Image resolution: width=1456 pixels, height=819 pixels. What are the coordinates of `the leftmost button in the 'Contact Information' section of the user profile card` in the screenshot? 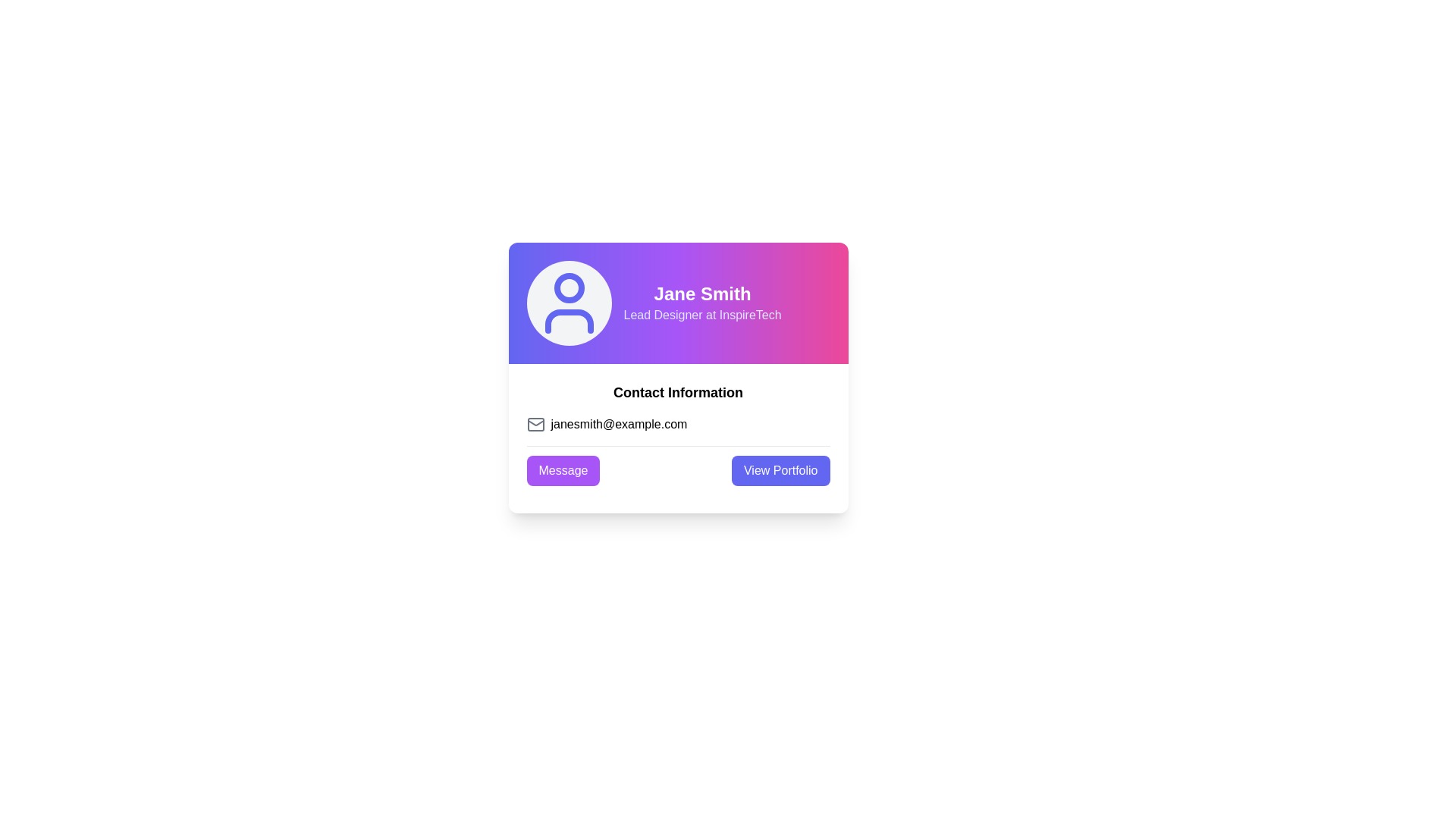 It's located at (563, 470).